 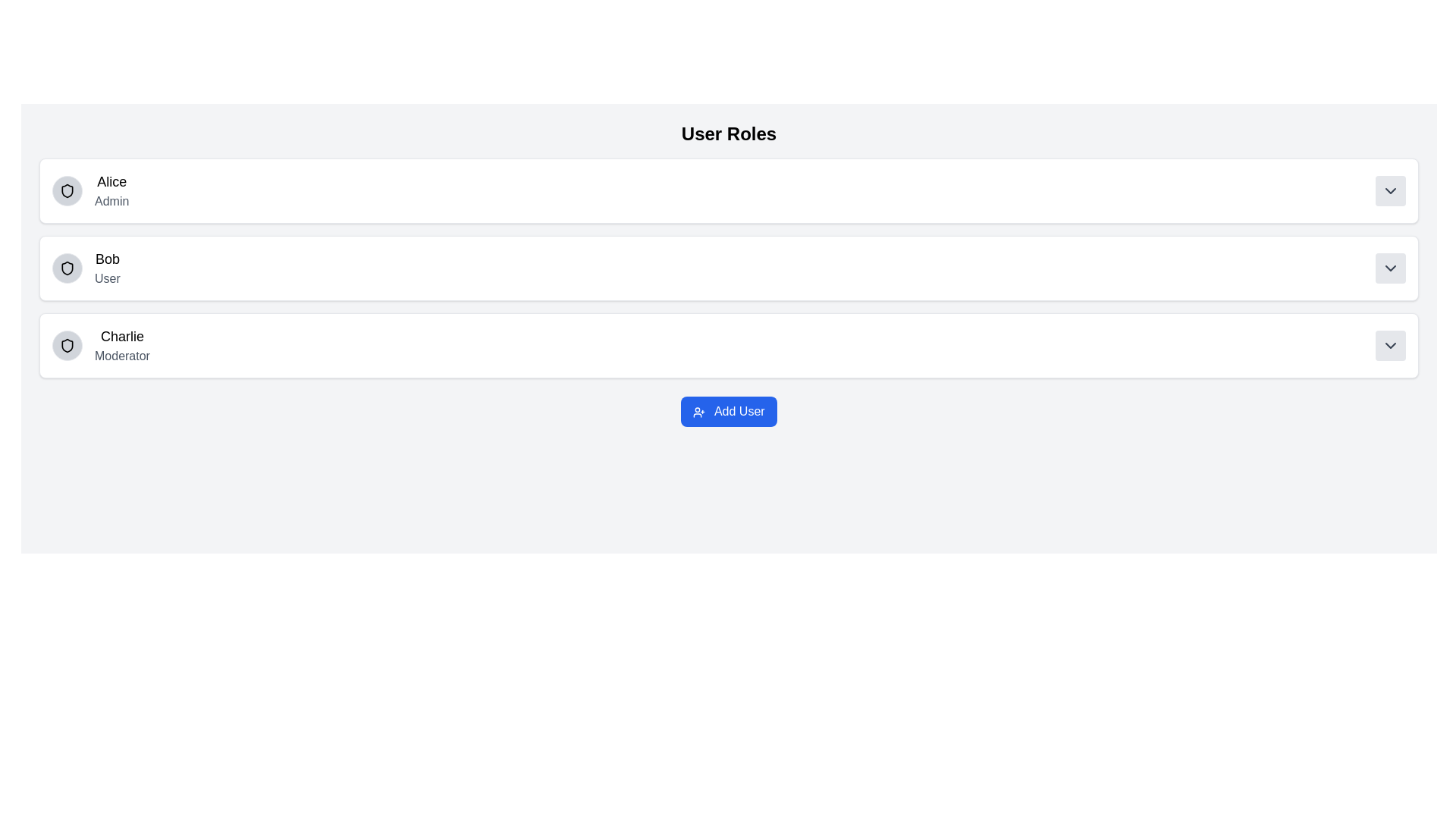 I want to click on the dropdown toggle button for the 'Charlie - Moderator' row, so click(x=1390, y=345).